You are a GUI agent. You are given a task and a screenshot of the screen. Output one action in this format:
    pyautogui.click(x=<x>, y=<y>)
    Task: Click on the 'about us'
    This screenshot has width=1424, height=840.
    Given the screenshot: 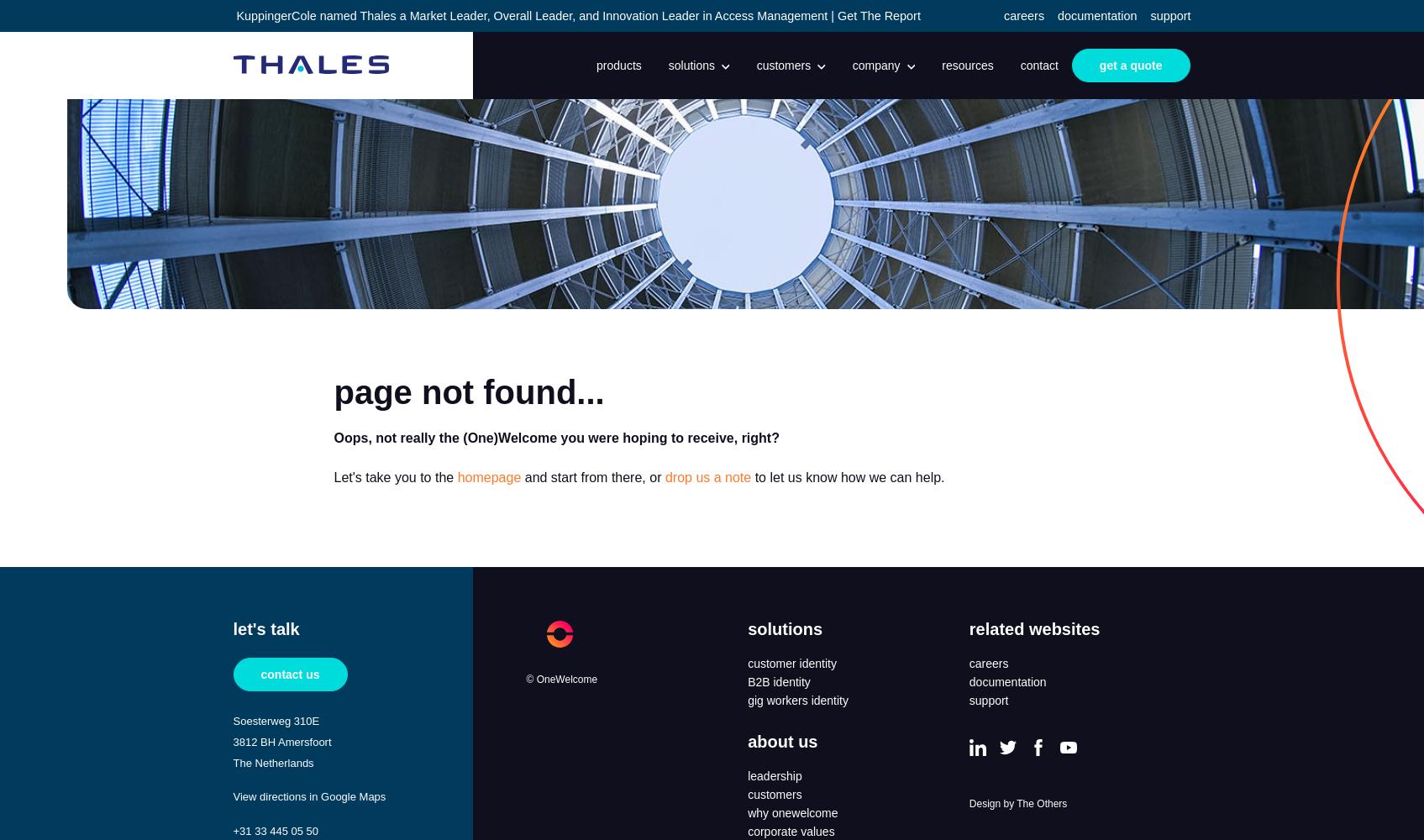 What is the action you would take?
    pyautogui.click(x=747, y=742)
    